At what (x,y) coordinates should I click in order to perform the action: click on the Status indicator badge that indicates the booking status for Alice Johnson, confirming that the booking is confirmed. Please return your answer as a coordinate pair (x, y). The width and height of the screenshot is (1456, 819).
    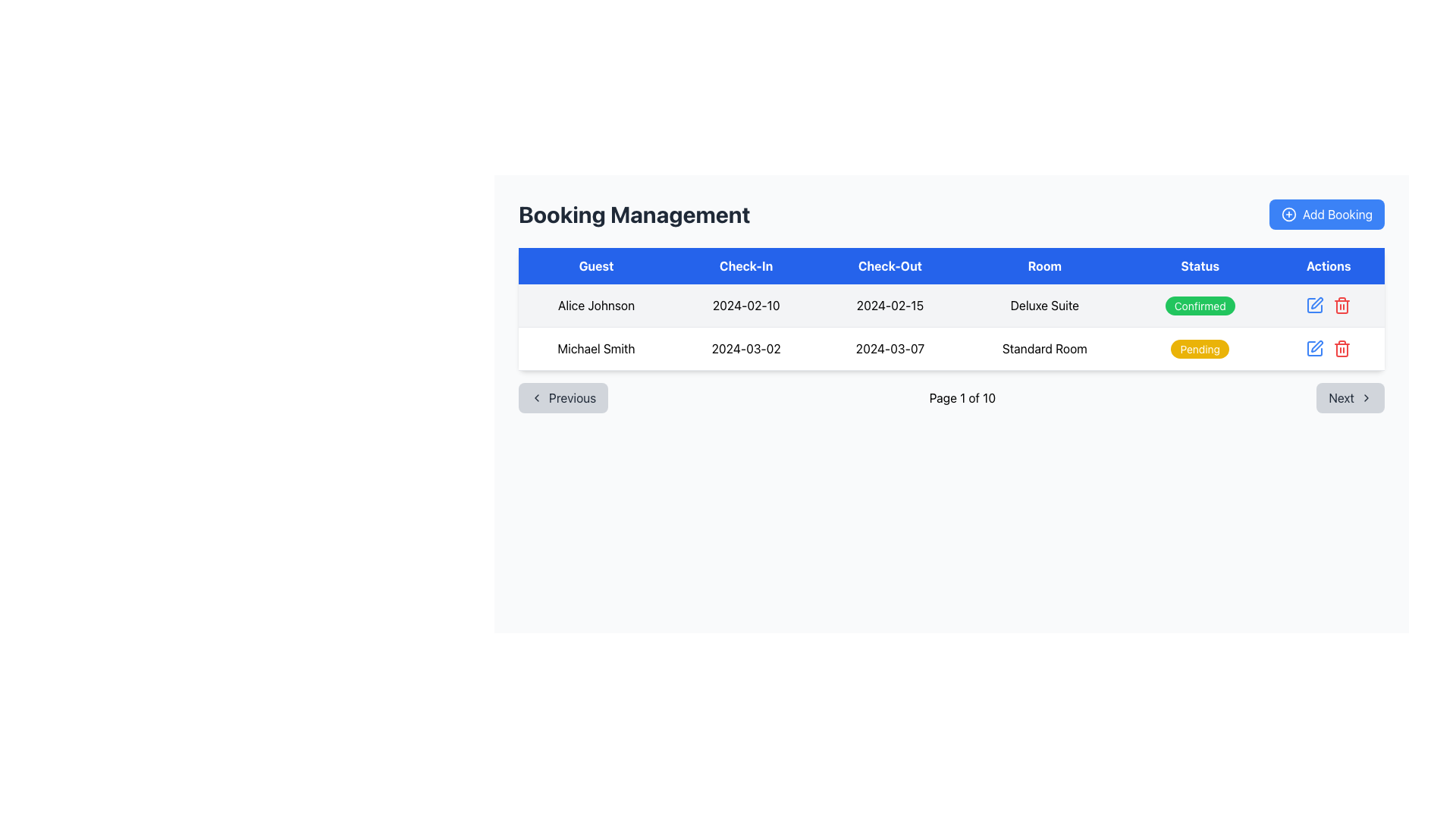
    Looking at the image, I should click on (1199, 306).